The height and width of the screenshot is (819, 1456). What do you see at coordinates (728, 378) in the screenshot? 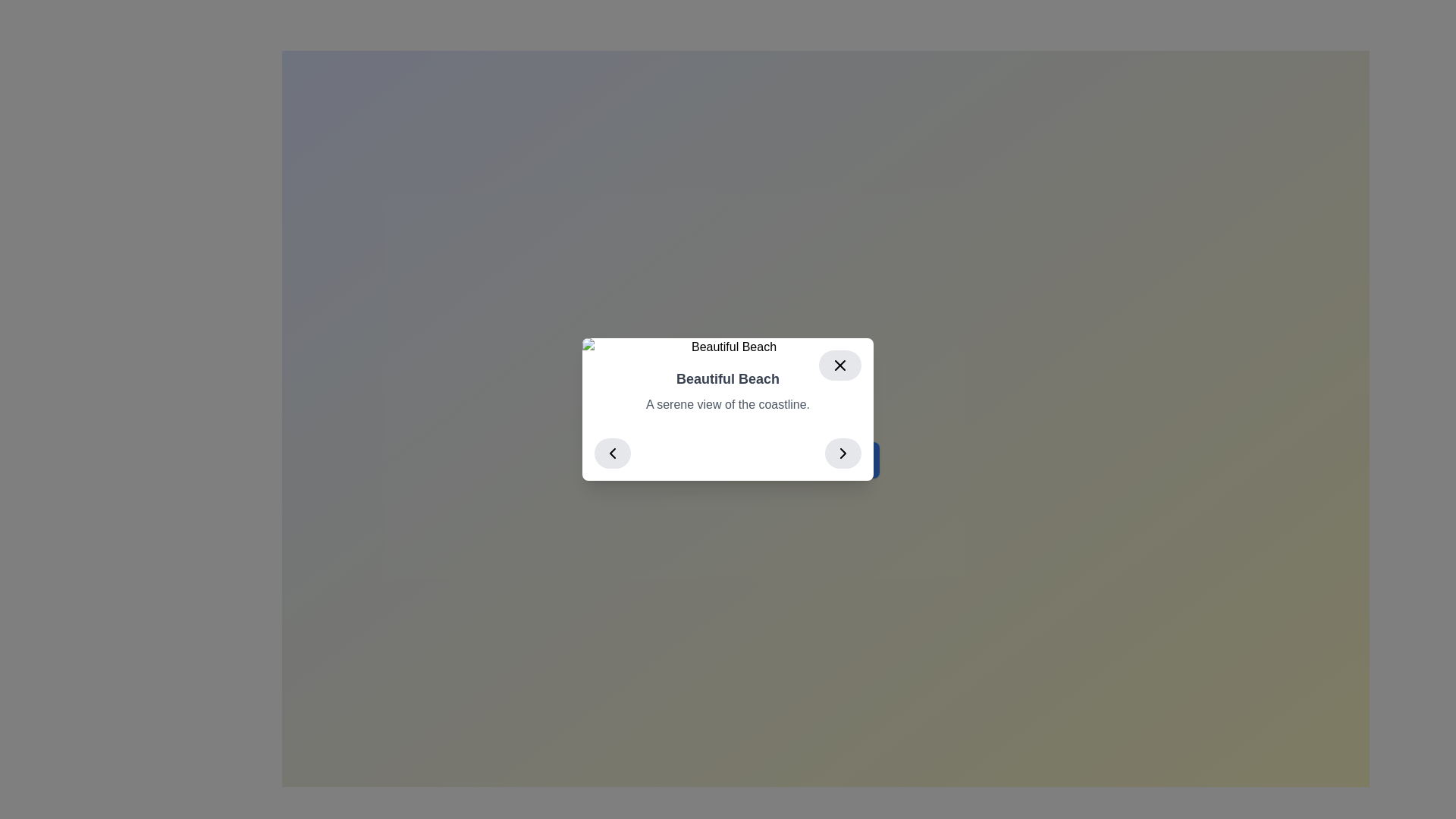
I see `the Text label that displays the title or heading indicating the name or theme of the content within the dialog box, located near the center of the dialog box, beneath the title bar` at bounding box center [728, 378].